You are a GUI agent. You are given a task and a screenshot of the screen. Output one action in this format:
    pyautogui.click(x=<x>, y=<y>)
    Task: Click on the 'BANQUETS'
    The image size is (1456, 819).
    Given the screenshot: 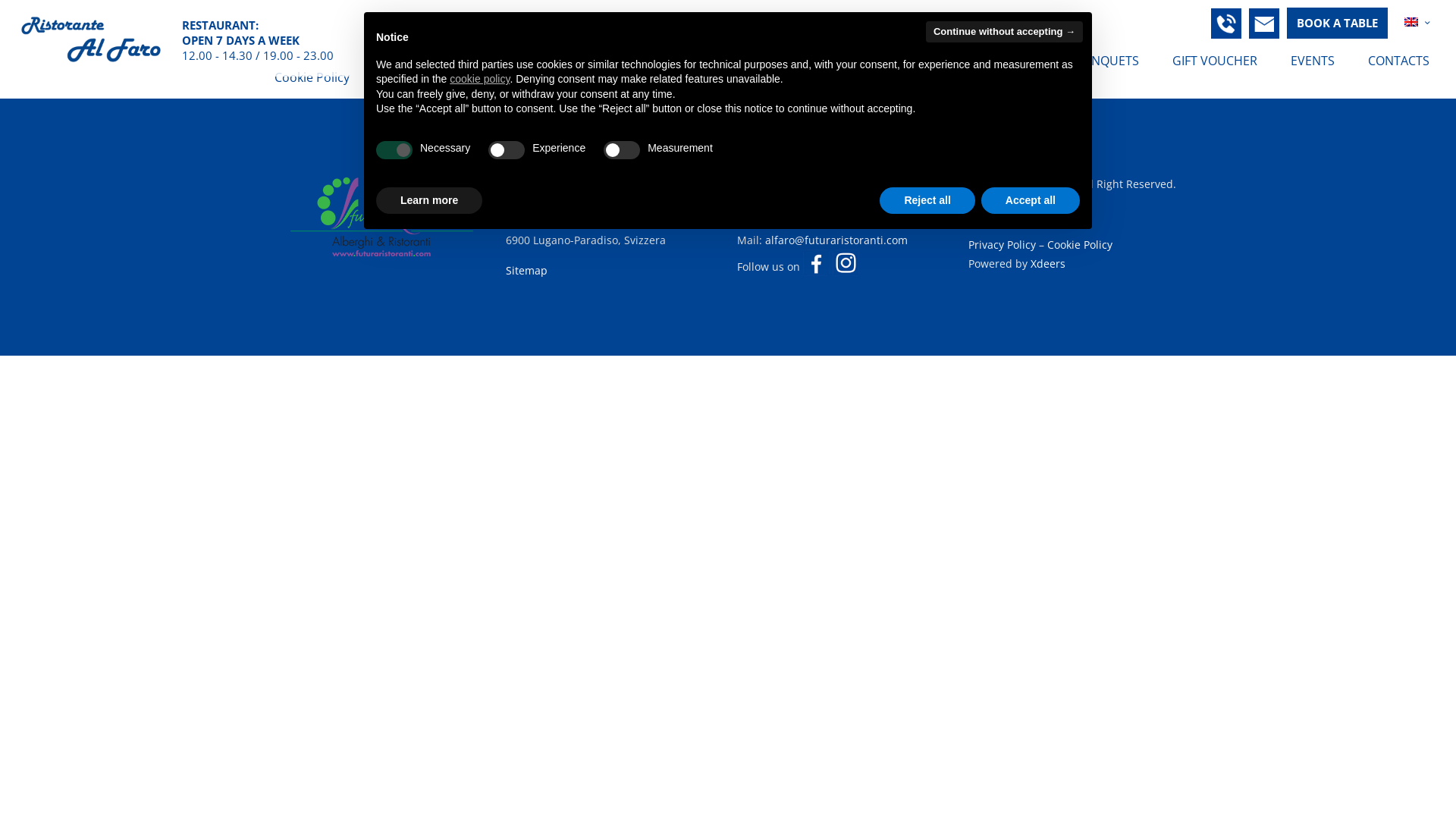 What is the action you would take?
    pyautogui.click(x=1107, y=60)
    